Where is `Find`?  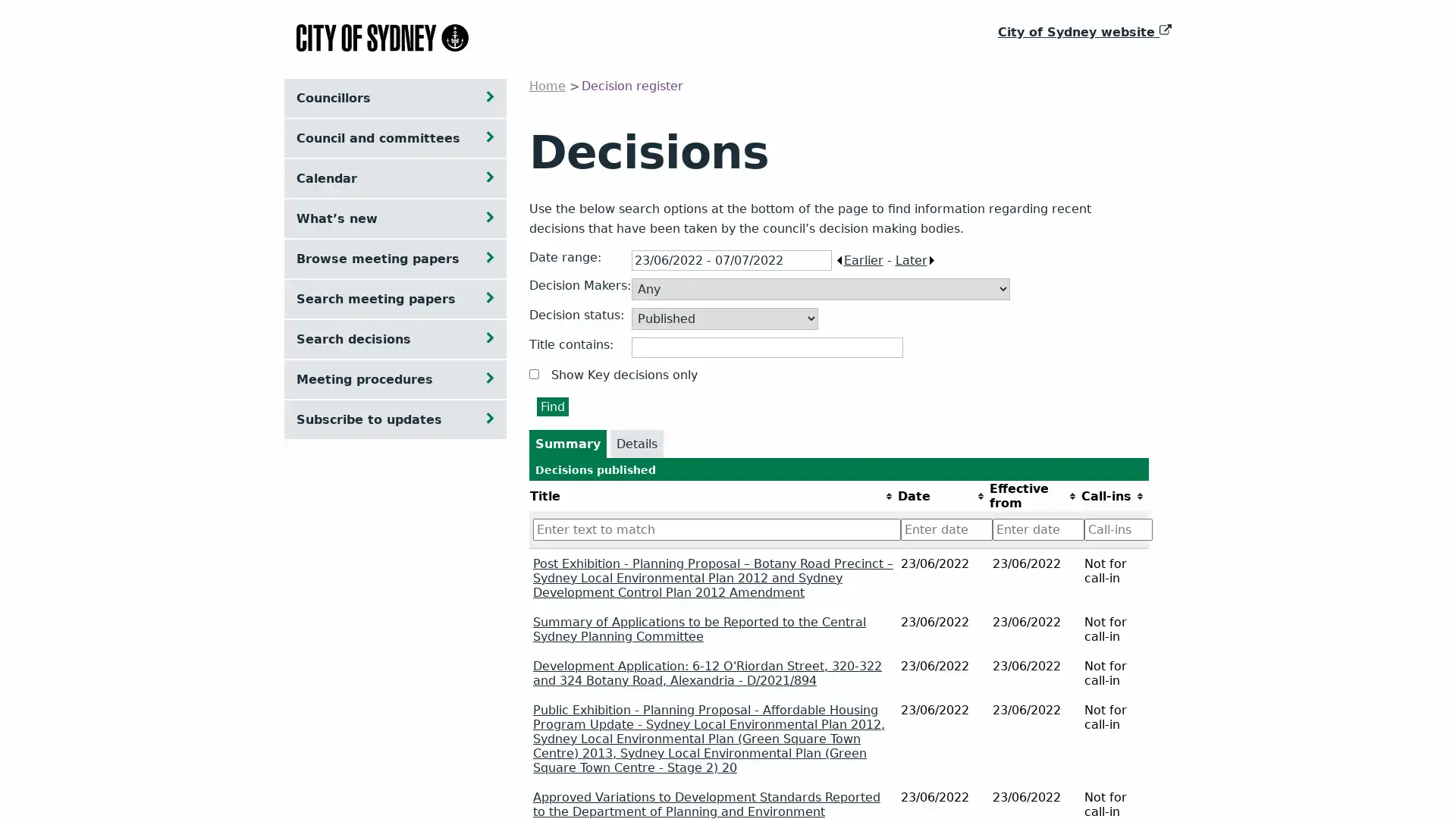 Find is located at coordinates (551, 405).